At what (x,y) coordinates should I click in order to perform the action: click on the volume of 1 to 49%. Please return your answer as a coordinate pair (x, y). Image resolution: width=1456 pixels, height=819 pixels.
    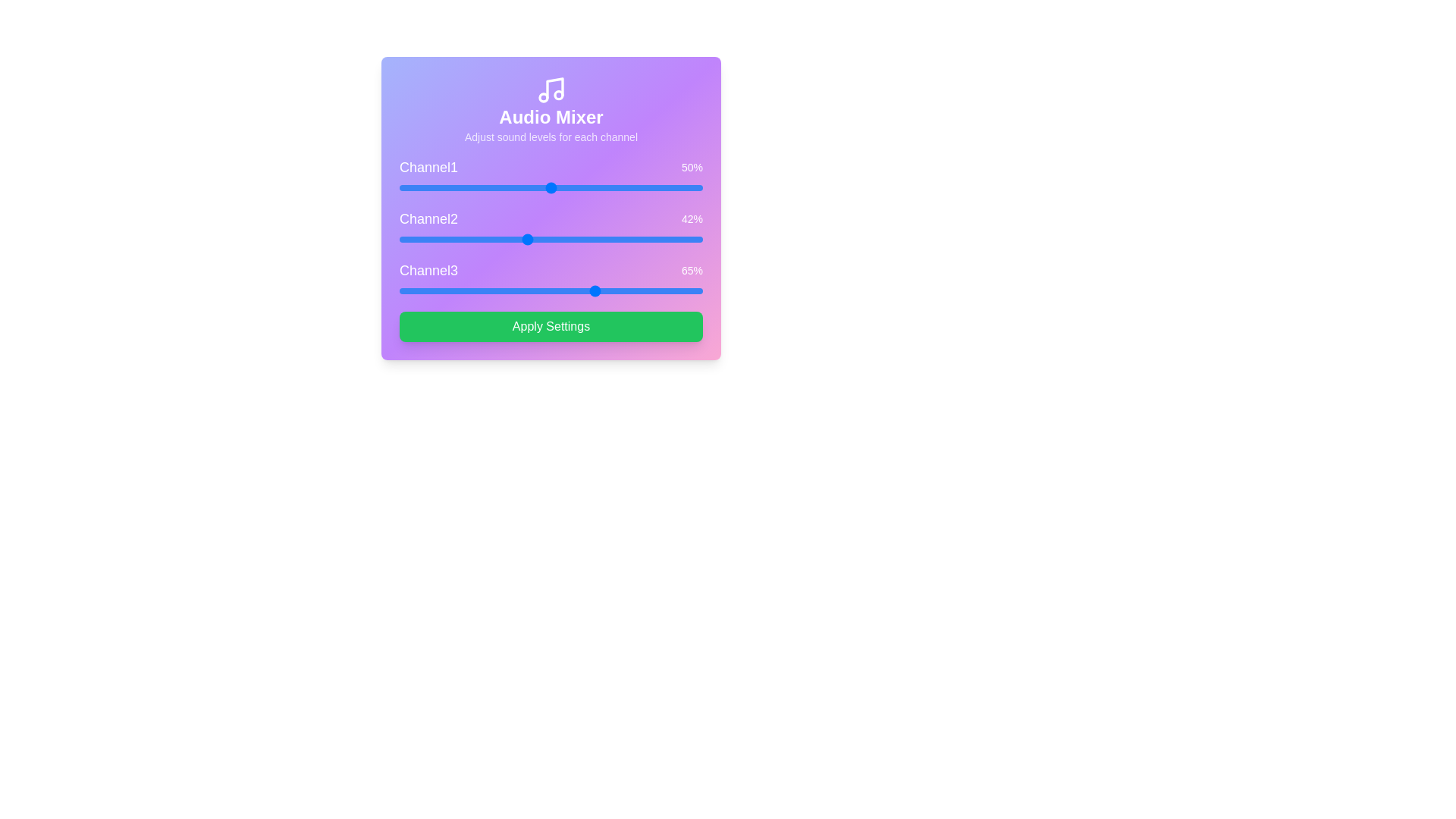
    Looking at the image, I should click on (548, 187).